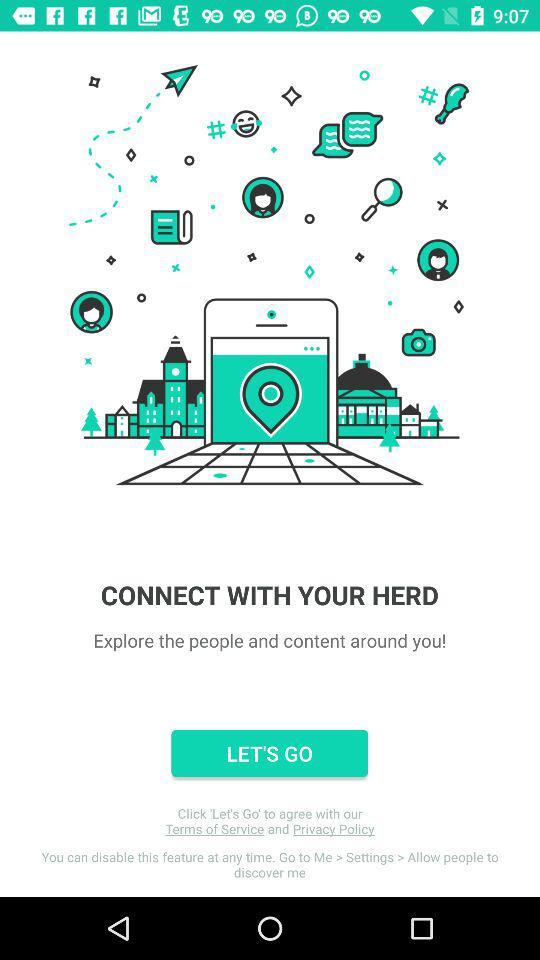 Image resolution: width=540 pixels, height=960 pixels. Describe the element at coordinates (270, 821) in the screenshot. I see `click let s item` at that location.